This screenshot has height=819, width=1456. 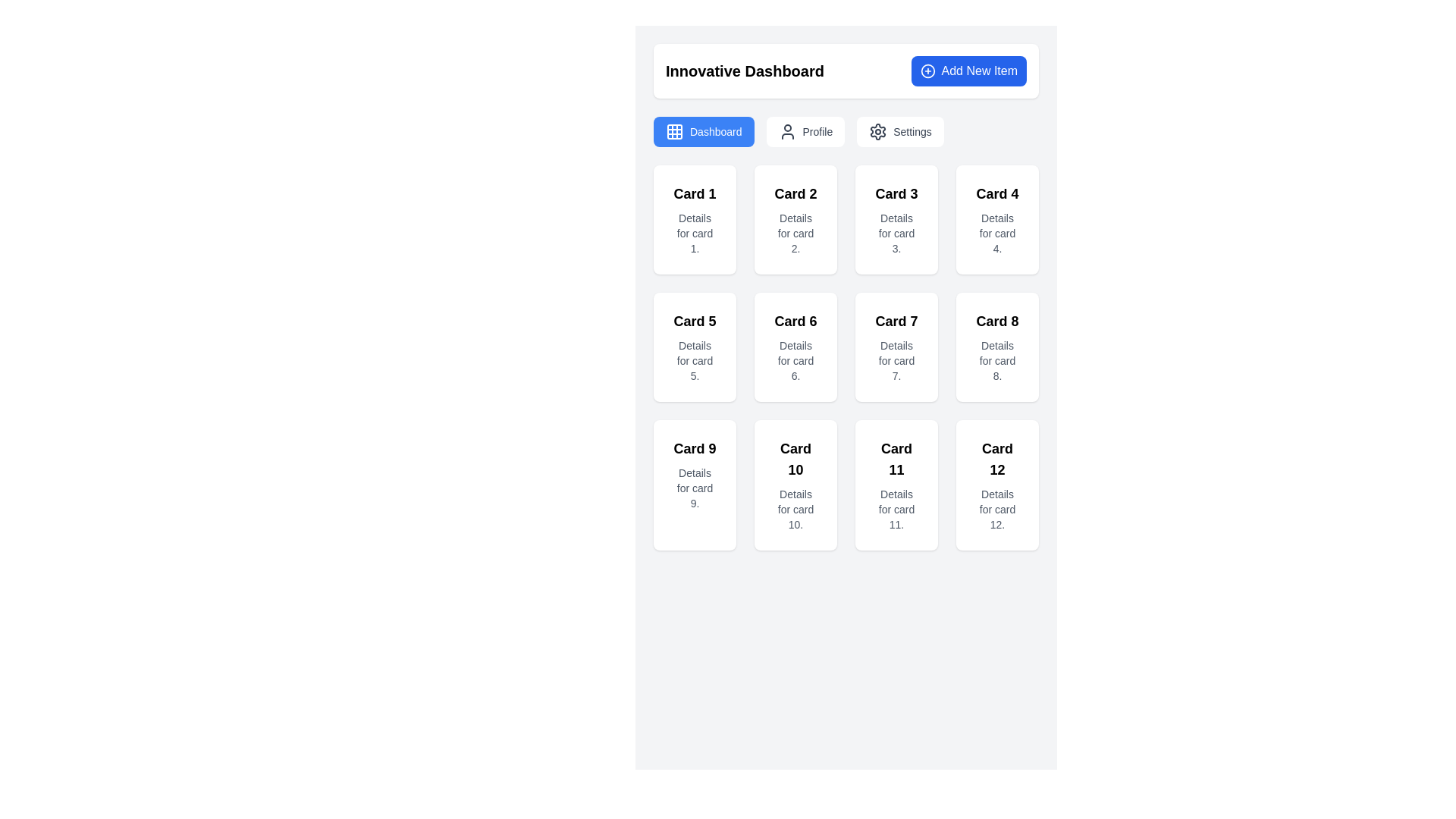 What do you see at coordinates (817, 130) in the screenshot?
I see `the 'Profile' text label, which is styled with medium font weight and located centrally in the top navigation bar, positioned to the right of a user profile icon` at bounding box center [817, 130].